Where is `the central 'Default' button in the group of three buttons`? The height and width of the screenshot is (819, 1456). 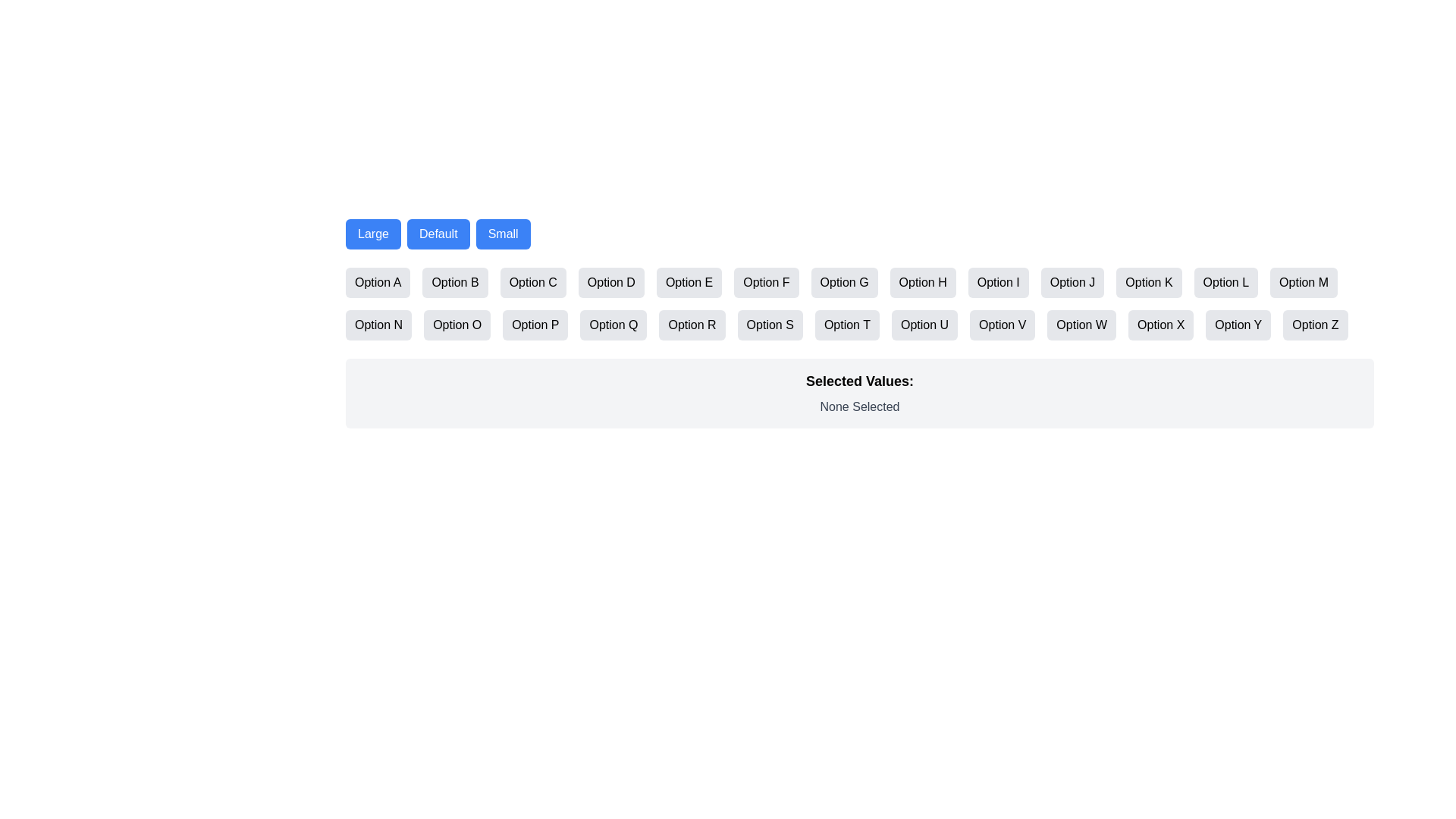 the central 'Default' button in the group of three buttons is located at coordinates (438, 234).